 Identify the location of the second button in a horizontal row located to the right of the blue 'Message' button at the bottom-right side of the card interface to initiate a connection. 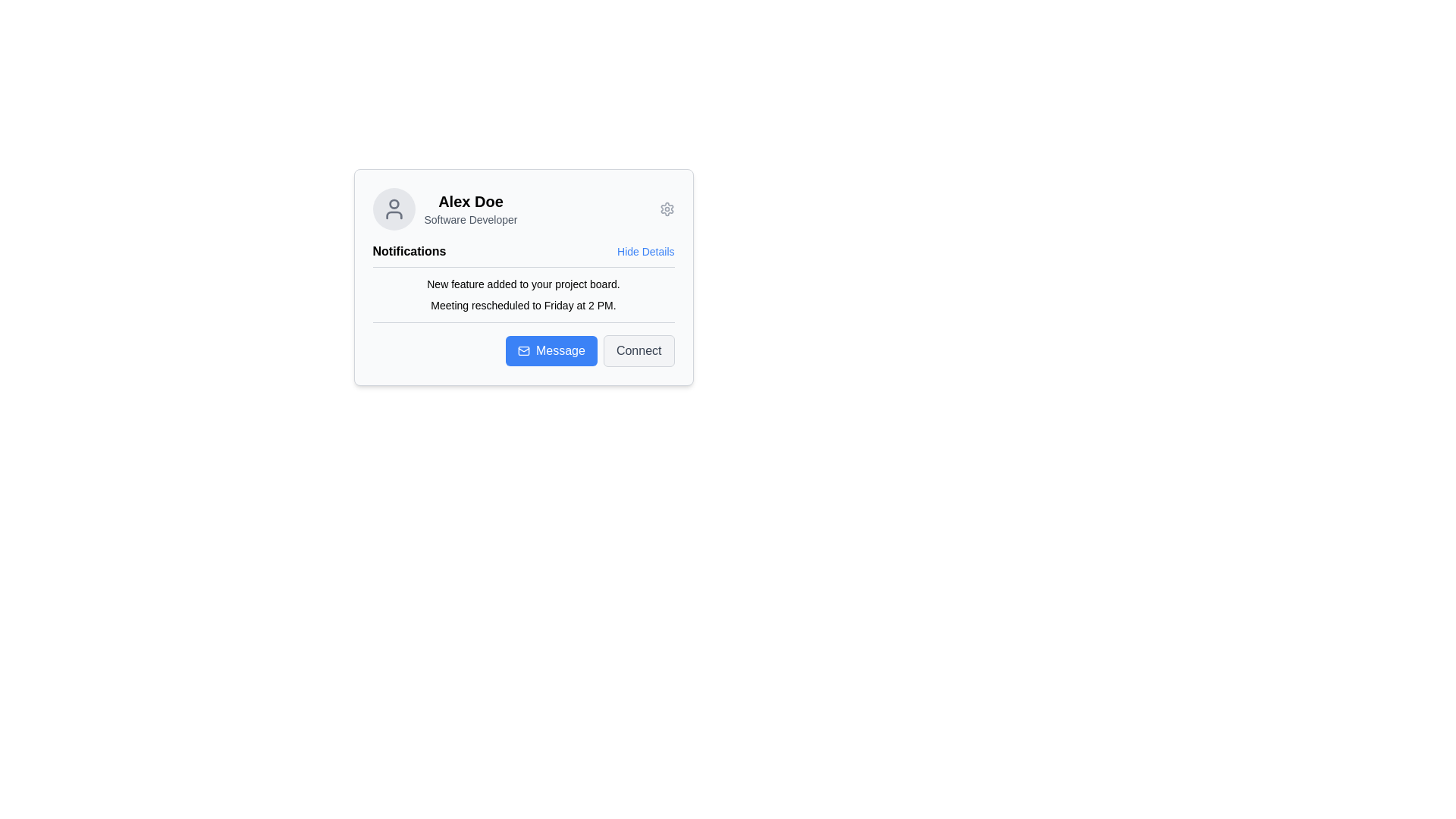
(639, 350).